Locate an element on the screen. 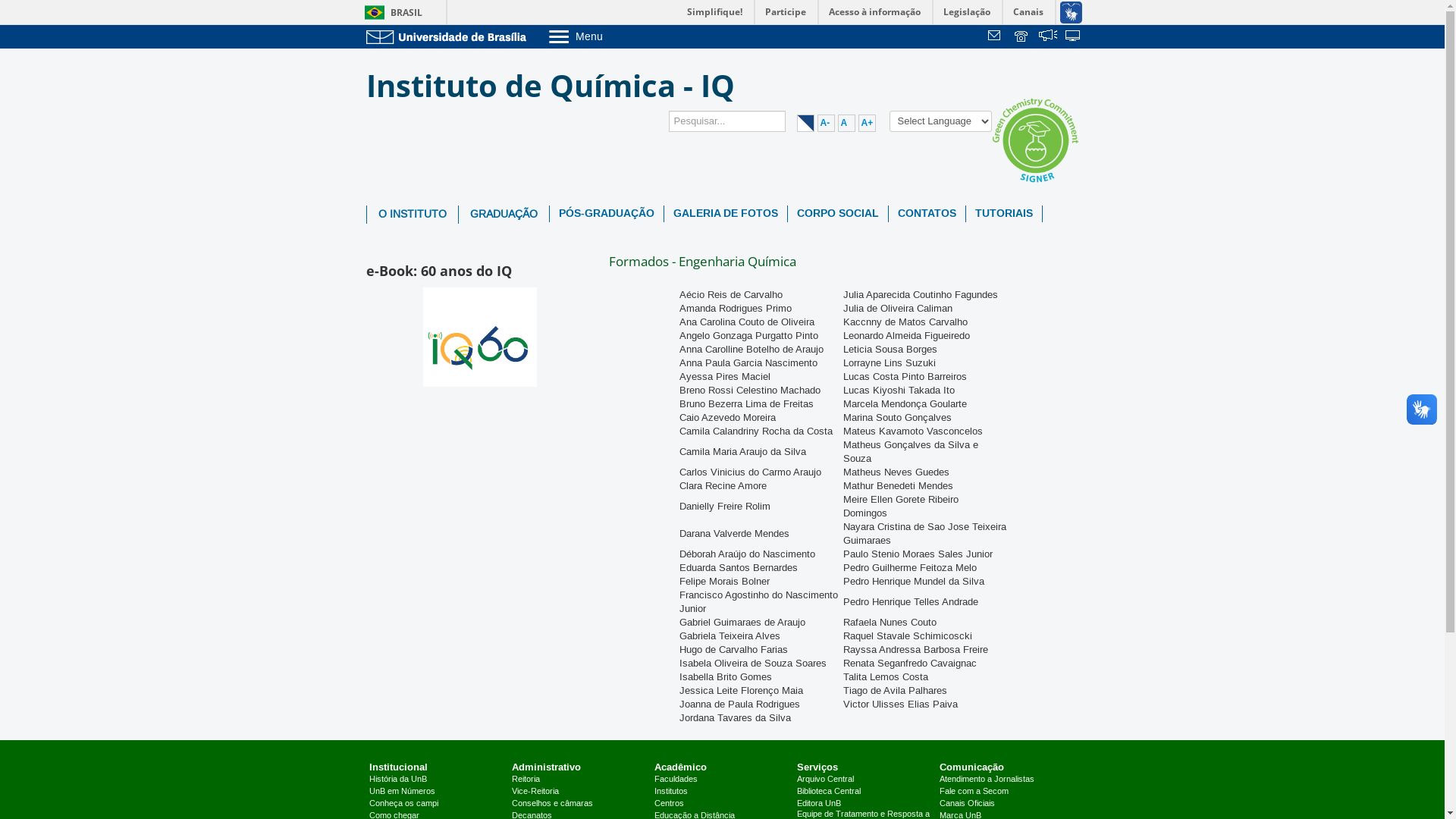 The width and height of the screenshot is (1456, 819). ' ' is located at coordinates (1047, 36).